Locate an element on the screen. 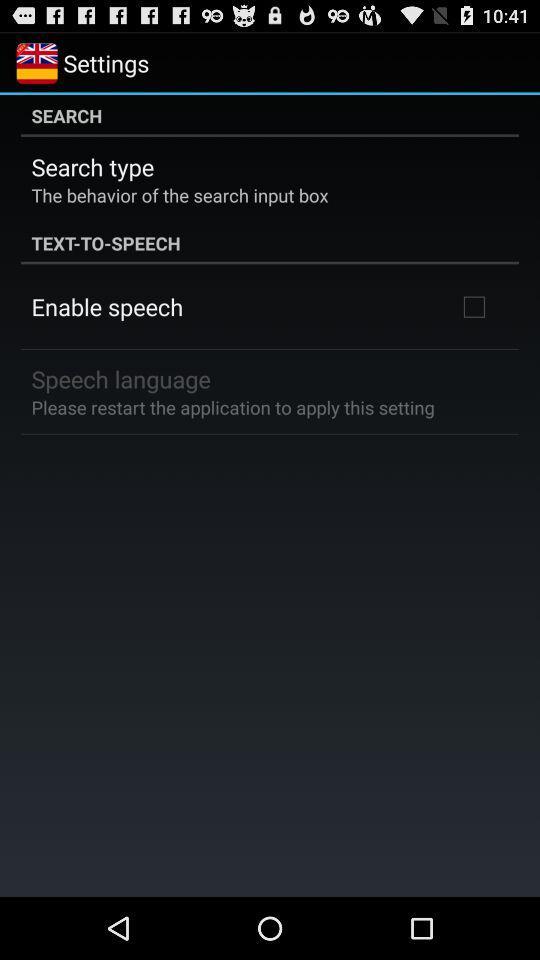  the item at the top right corner is located at coordinates (473, 306).